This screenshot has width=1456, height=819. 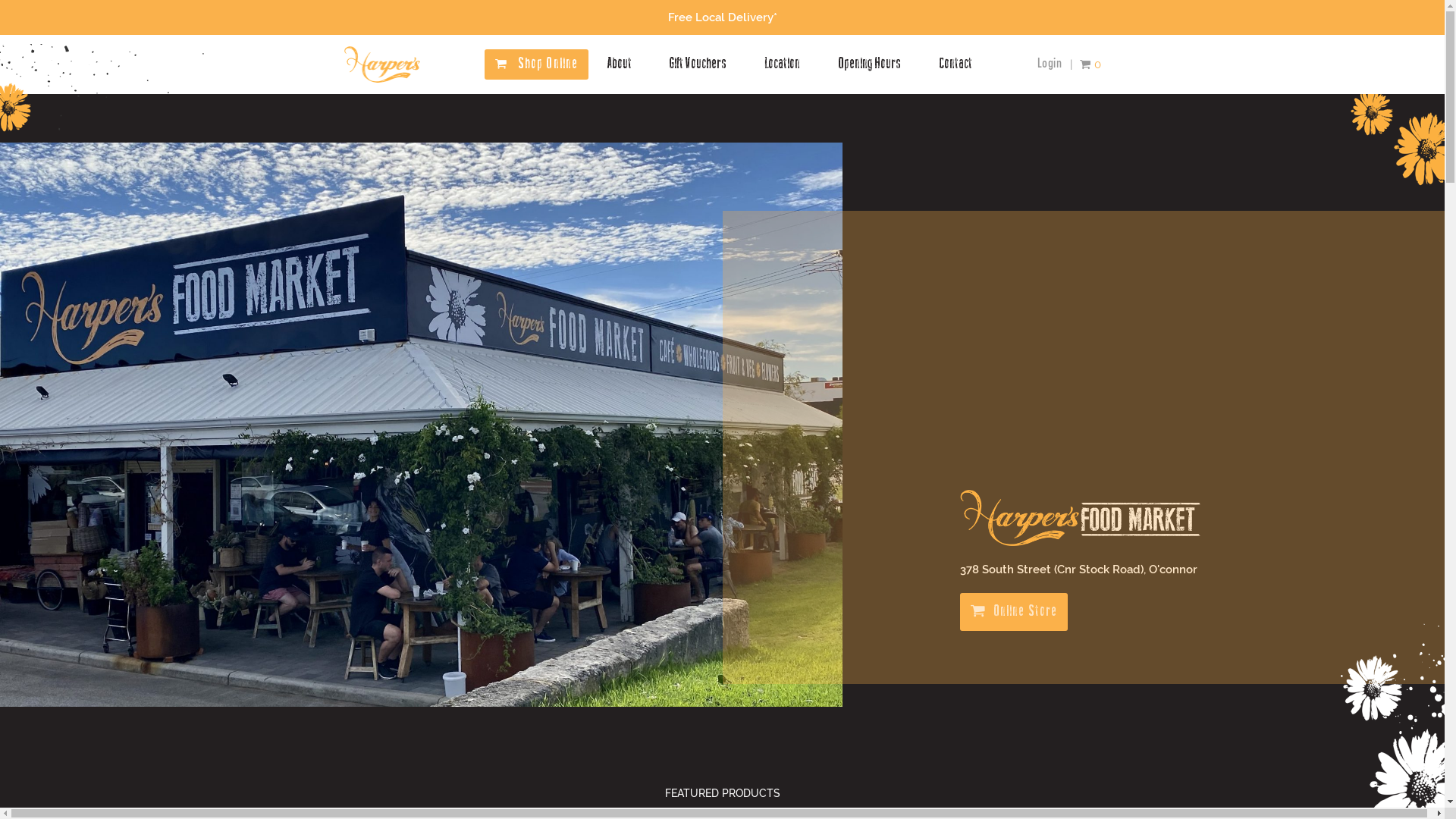 What do you see at coordinates (938, 63) in the screenshot?
I see `'Contact'` at bounding box center [938, 63].